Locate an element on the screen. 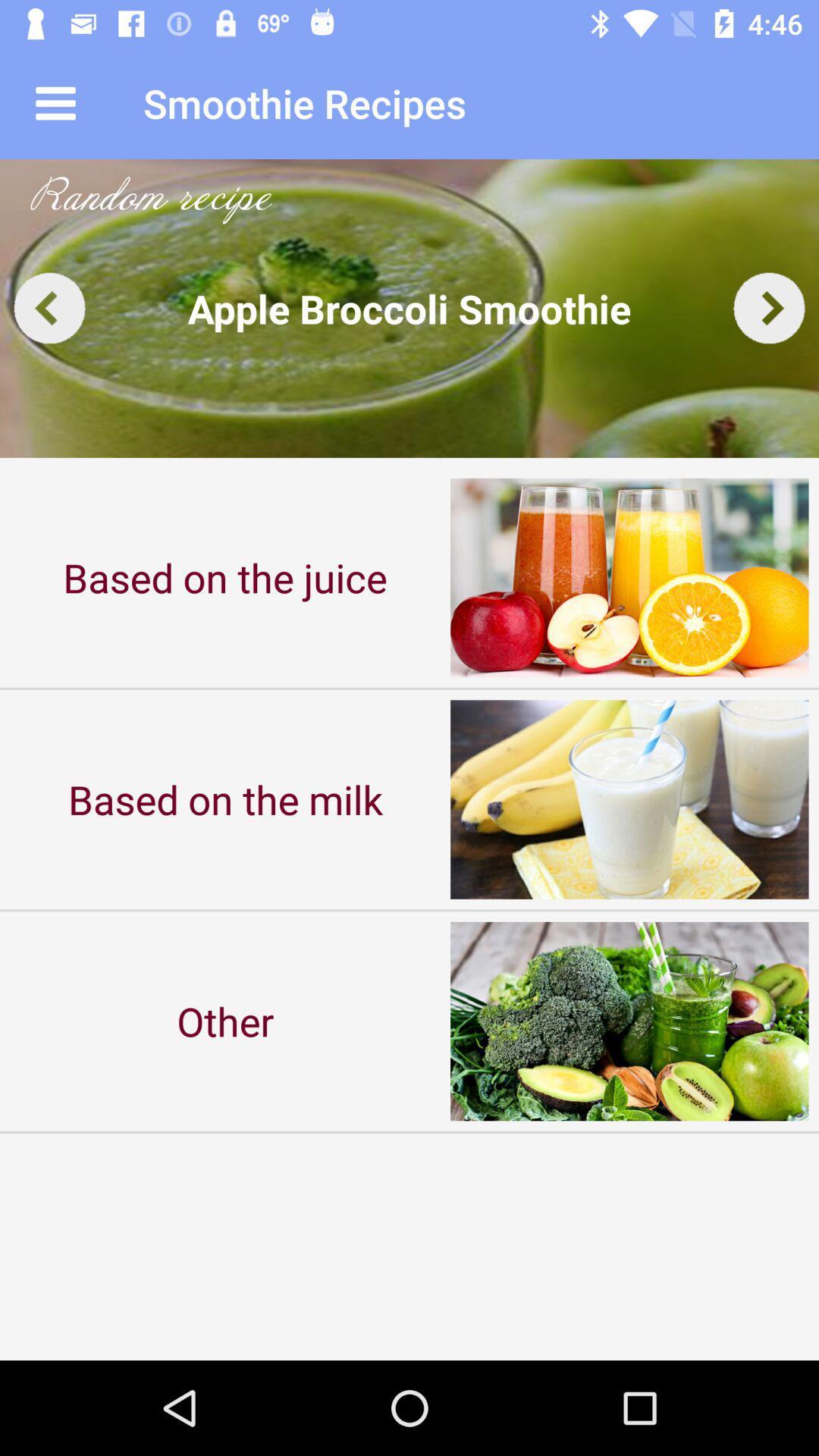 This screenshot has height=1456, width=819. see the images is located at coordinates (409, 307).